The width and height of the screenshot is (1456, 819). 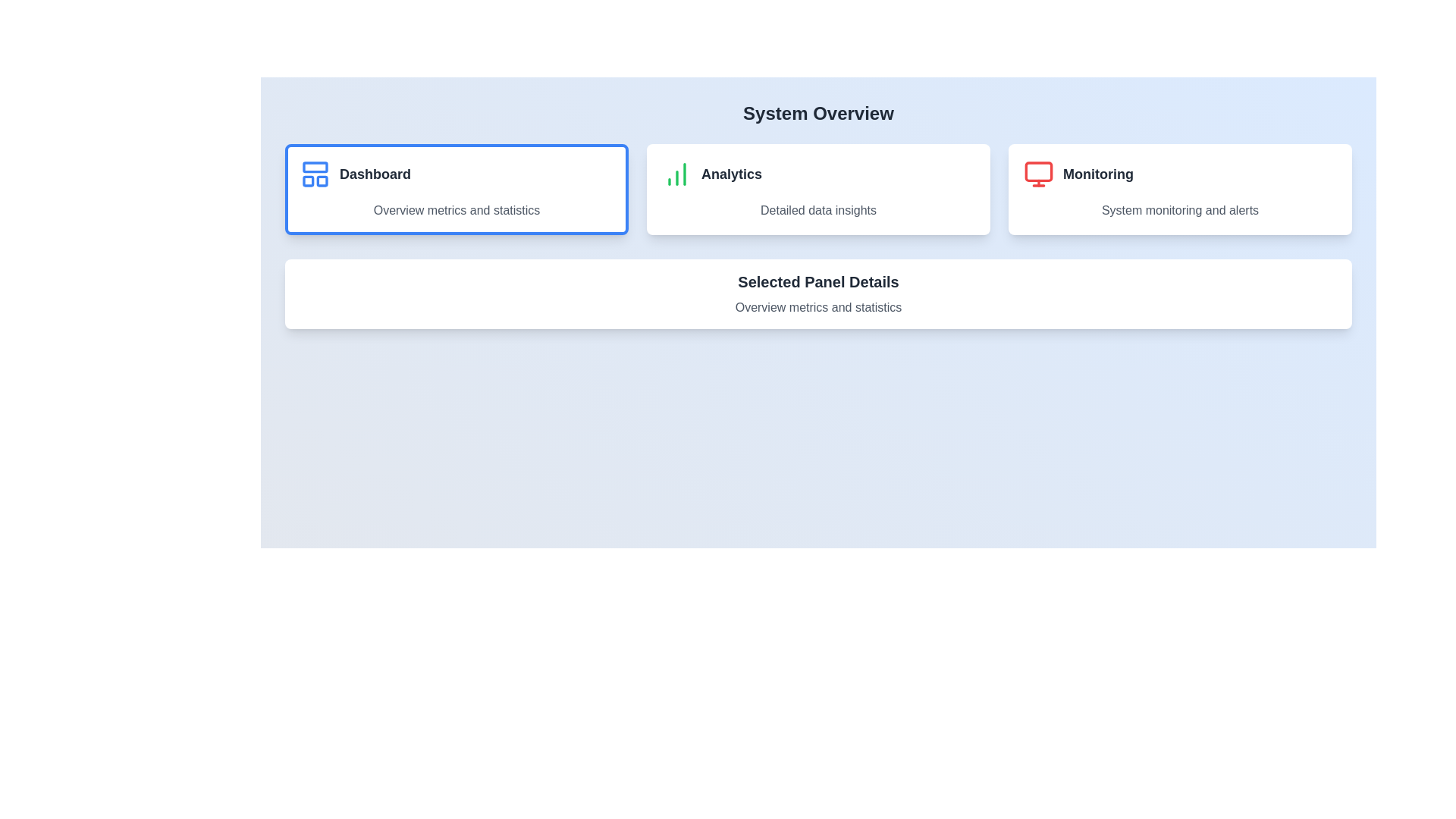 What do you see at coordinates (817, 281) in the screenshot?
I see `the Text Label that serves as a header or title for the associated panel, positioned above the line of text labeled 'Overview metrics and statistics'` at bounding box center [817, 281].